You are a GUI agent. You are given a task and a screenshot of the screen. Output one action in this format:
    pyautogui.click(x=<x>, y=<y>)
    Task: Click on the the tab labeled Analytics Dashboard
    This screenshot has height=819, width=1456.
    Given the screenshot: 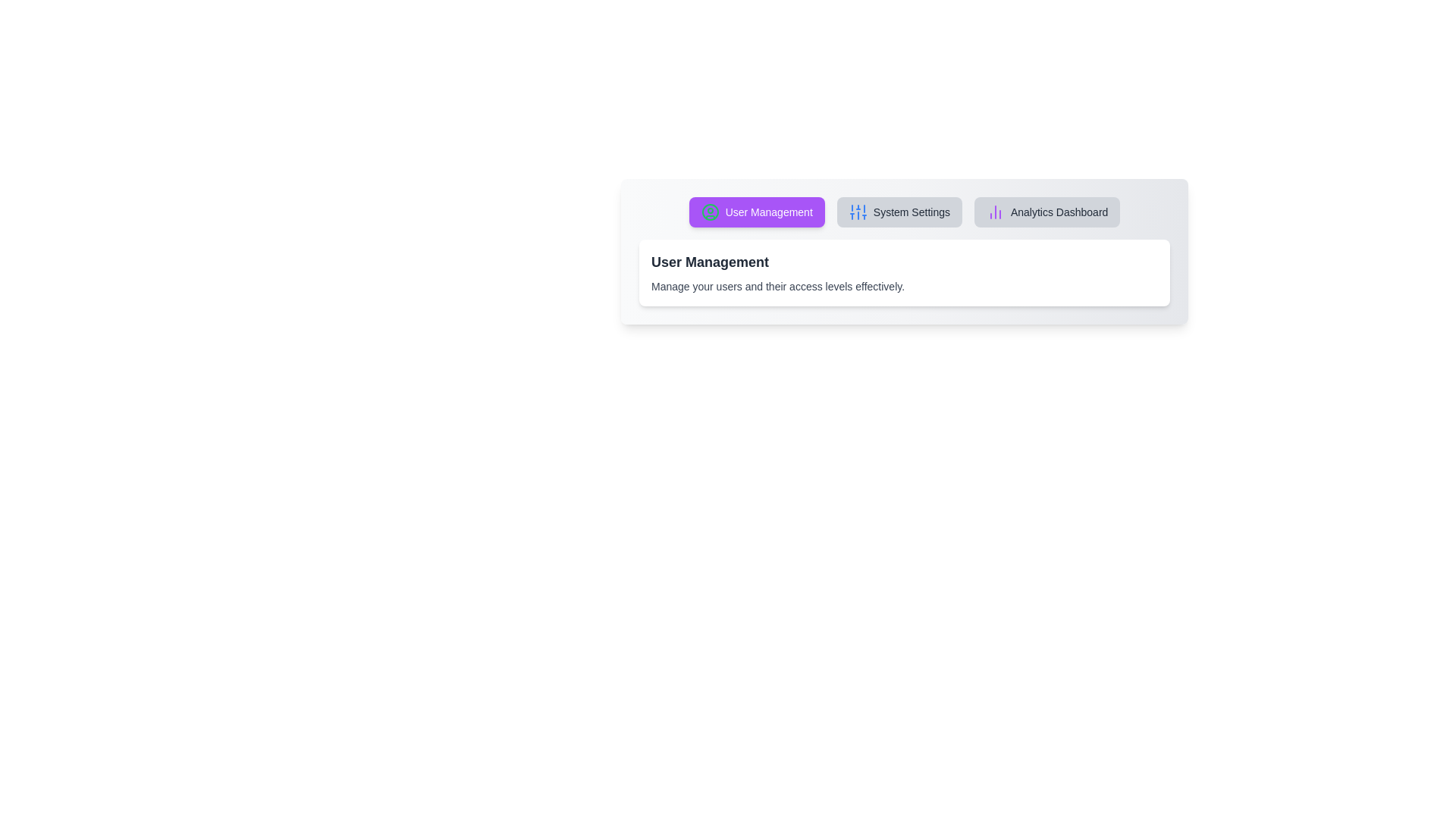 What is the action you would take?
    pyautogui.click(x=1046, y=212)
    